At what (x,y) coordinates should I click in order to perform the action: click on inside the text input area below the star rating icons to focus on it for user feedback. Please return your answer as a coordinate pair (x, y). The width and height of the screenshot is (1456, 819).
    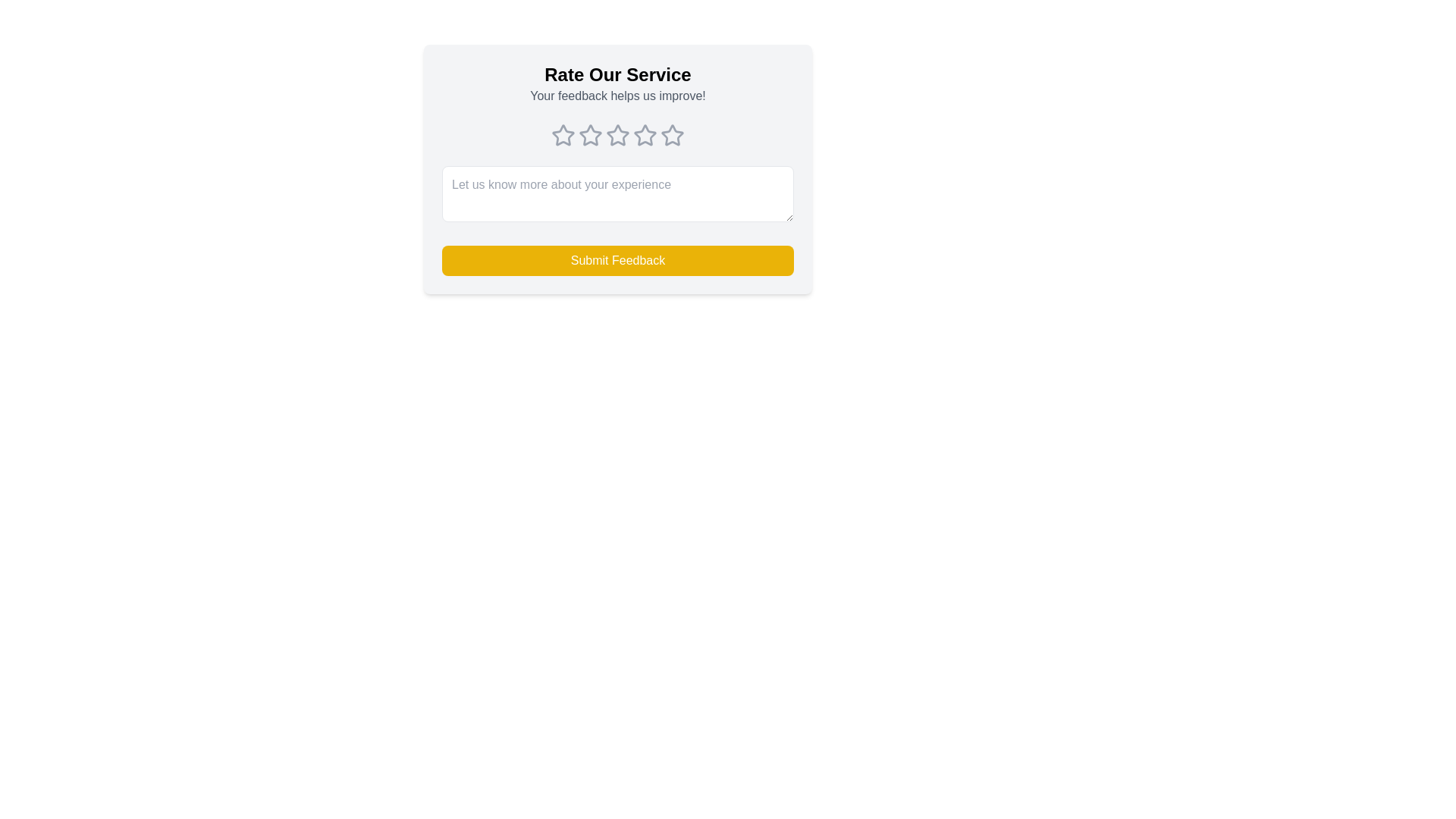
    Looking at the image, I should click on (618, 195).